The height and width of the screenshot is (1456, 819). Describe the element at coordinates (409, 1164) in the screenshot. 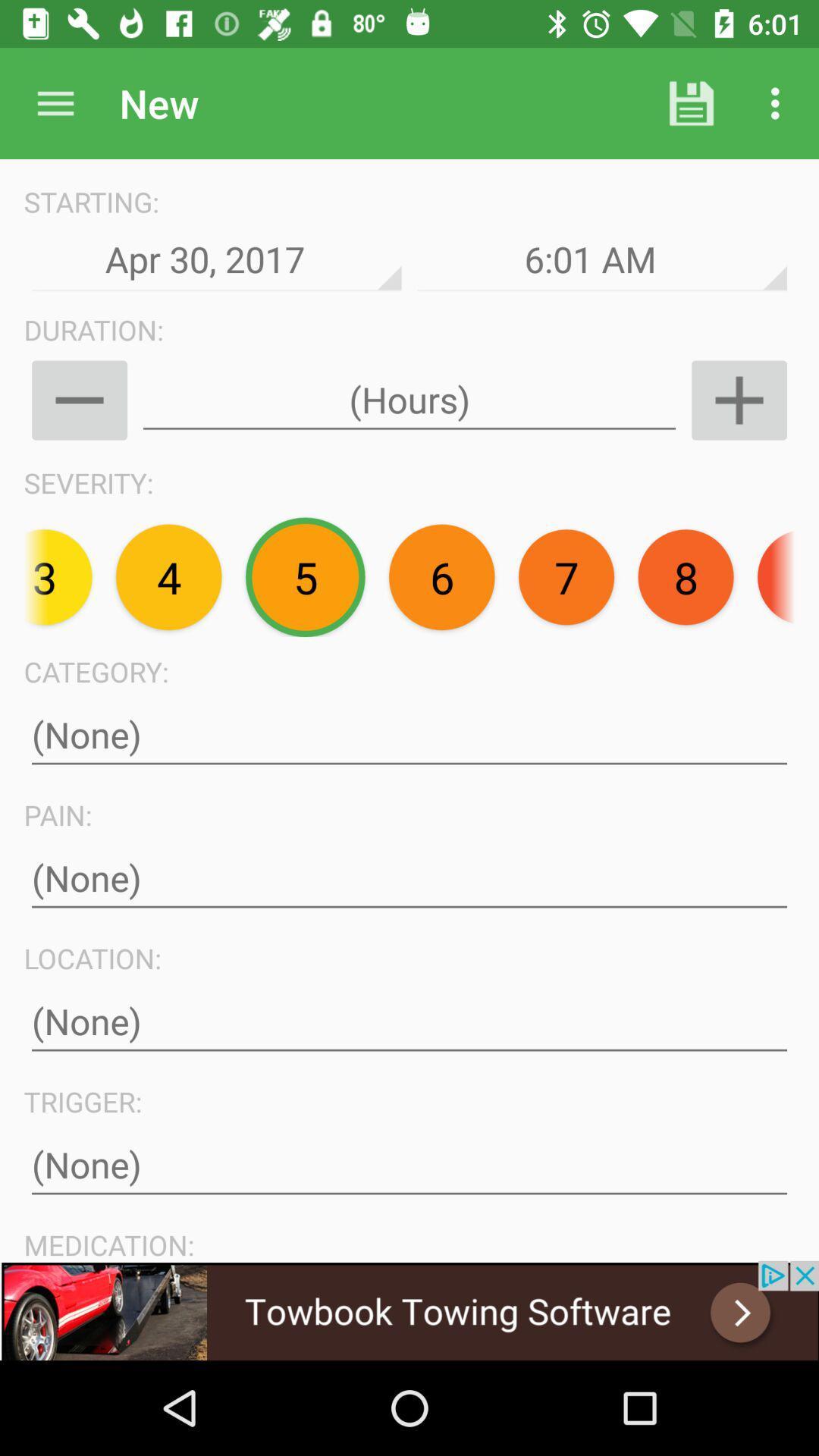

I see `type text` at that location.